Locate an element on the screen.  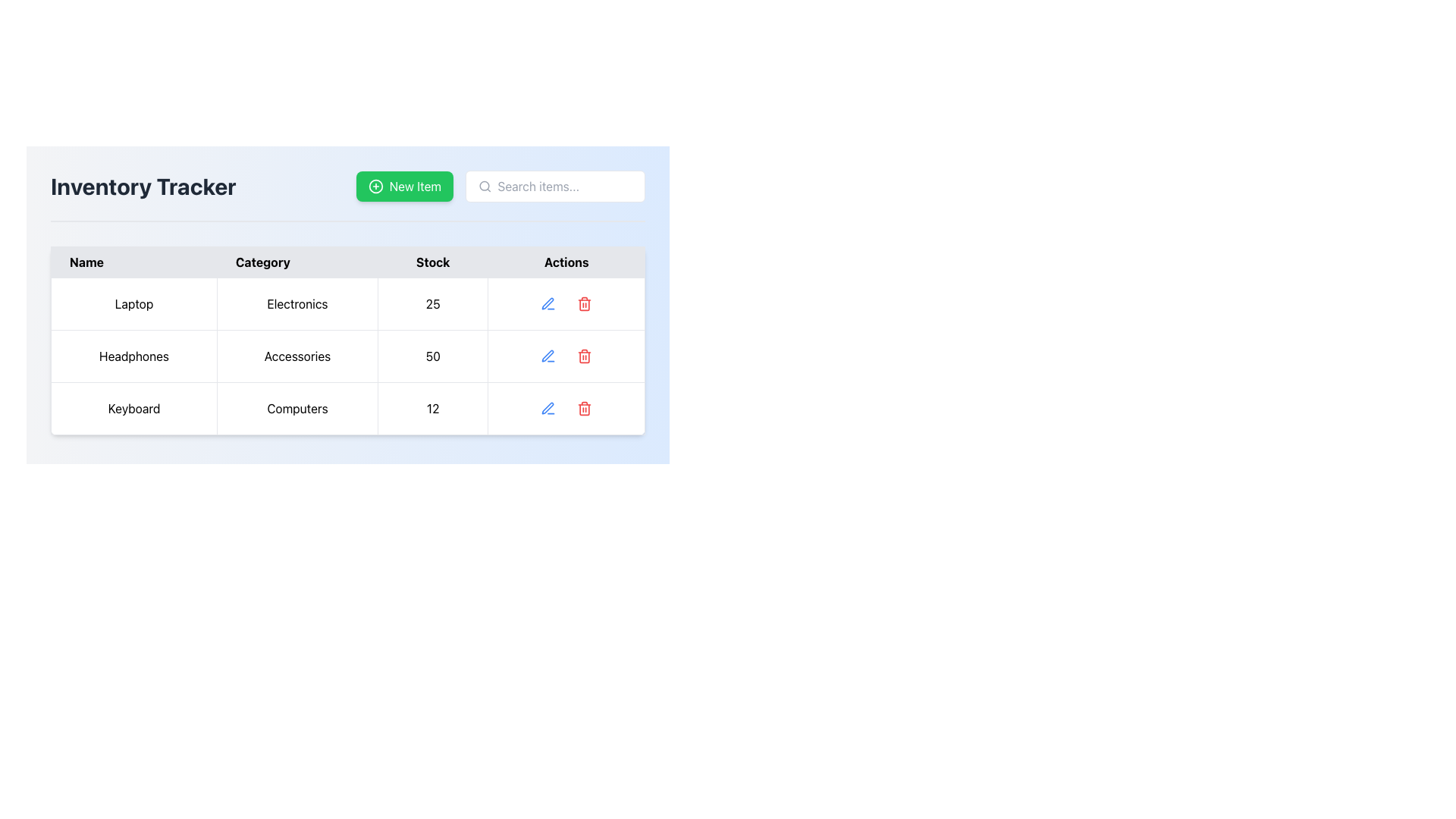
the 'Actions' column header in the table to sort the column, if it is sortable is located at coordinates (566, 262).